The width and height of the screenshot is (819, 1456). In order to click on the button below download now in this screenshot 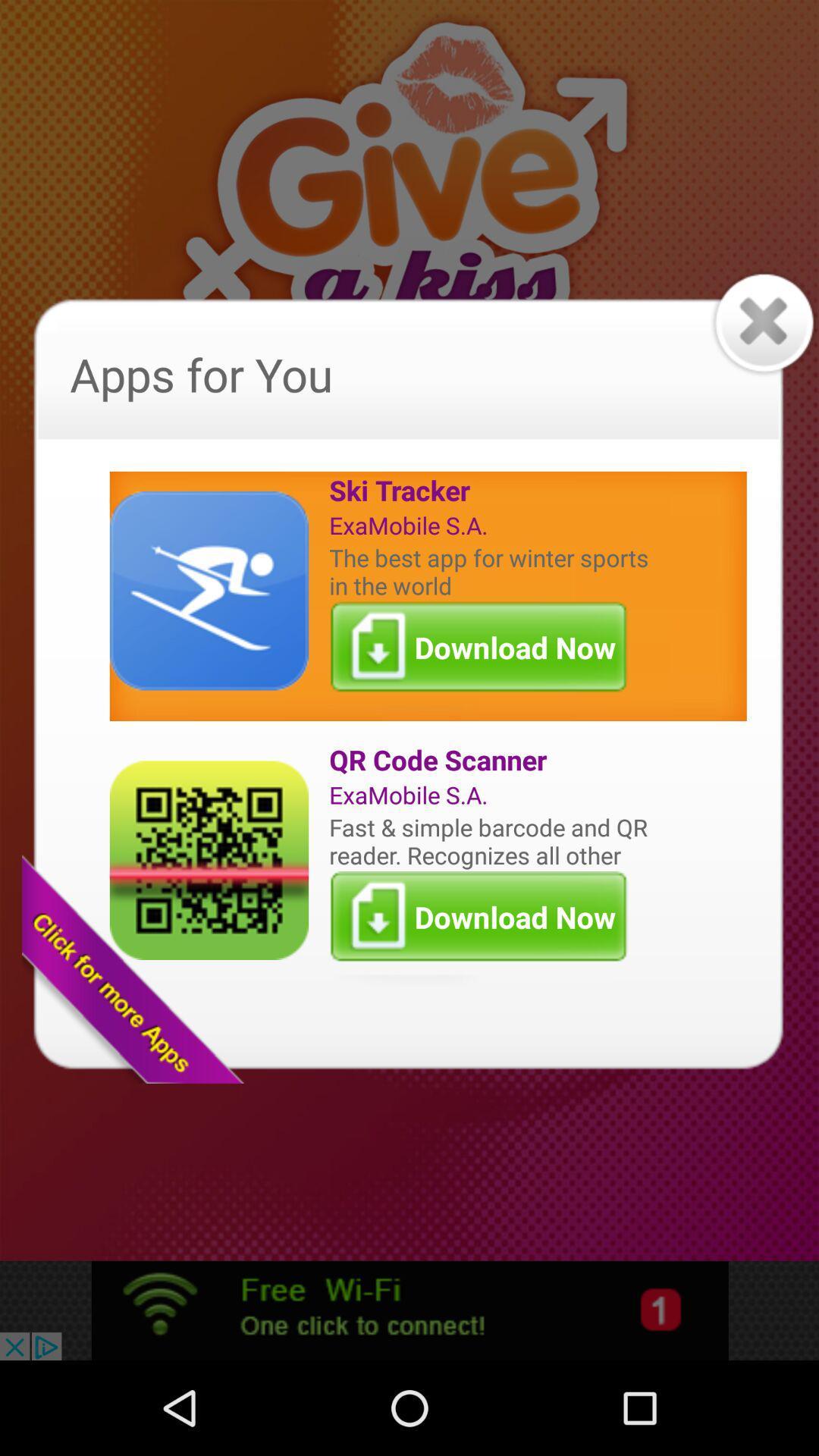, I will do `click(492, 760)`.